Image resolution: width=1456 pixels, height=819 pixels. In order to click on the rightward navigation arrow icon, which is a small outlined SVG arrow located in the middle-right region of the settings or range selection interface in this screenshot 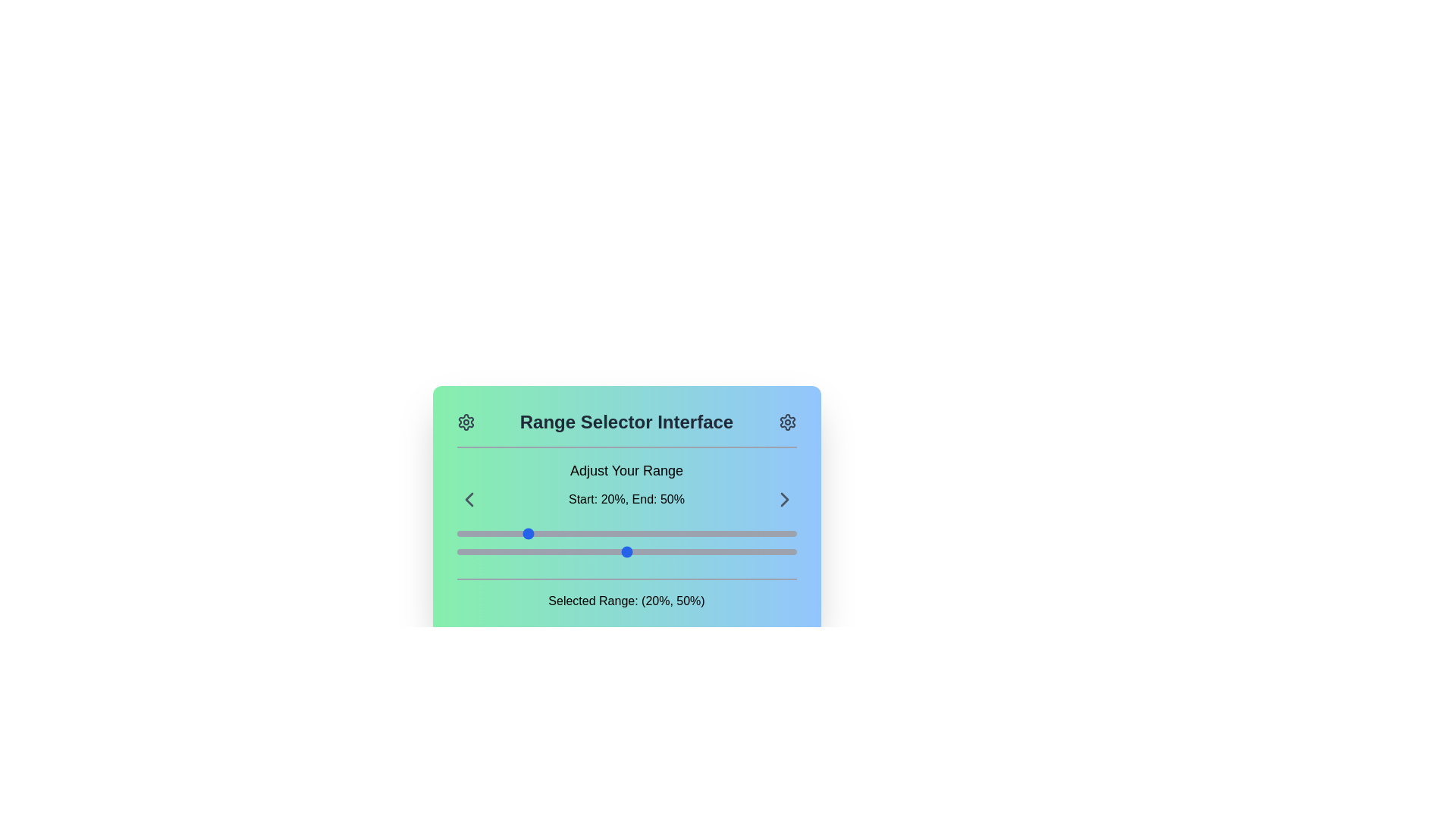, I will do `click(784, 500)`.